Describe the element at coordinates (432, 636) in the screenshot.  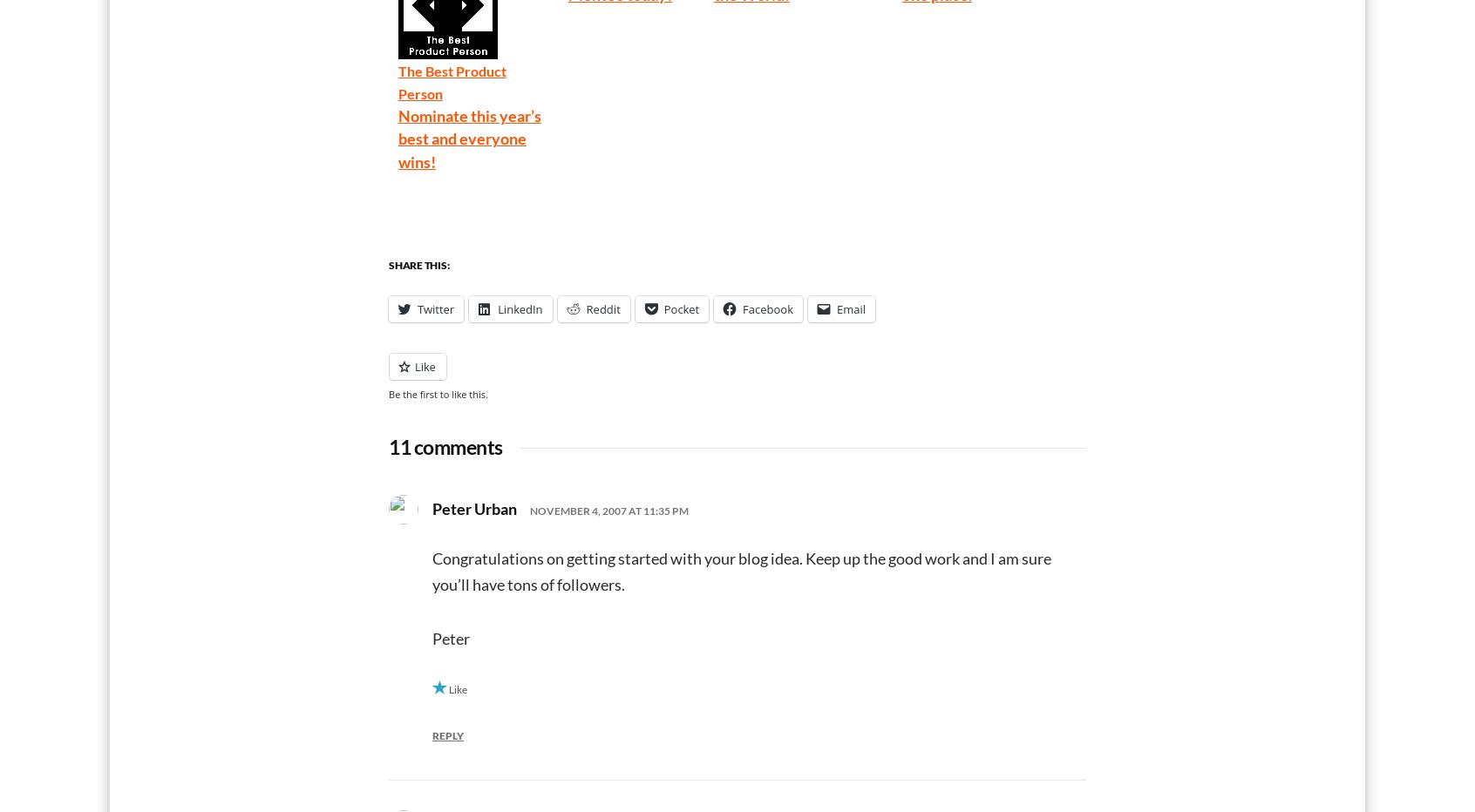
I see `'Peter'` at that location.